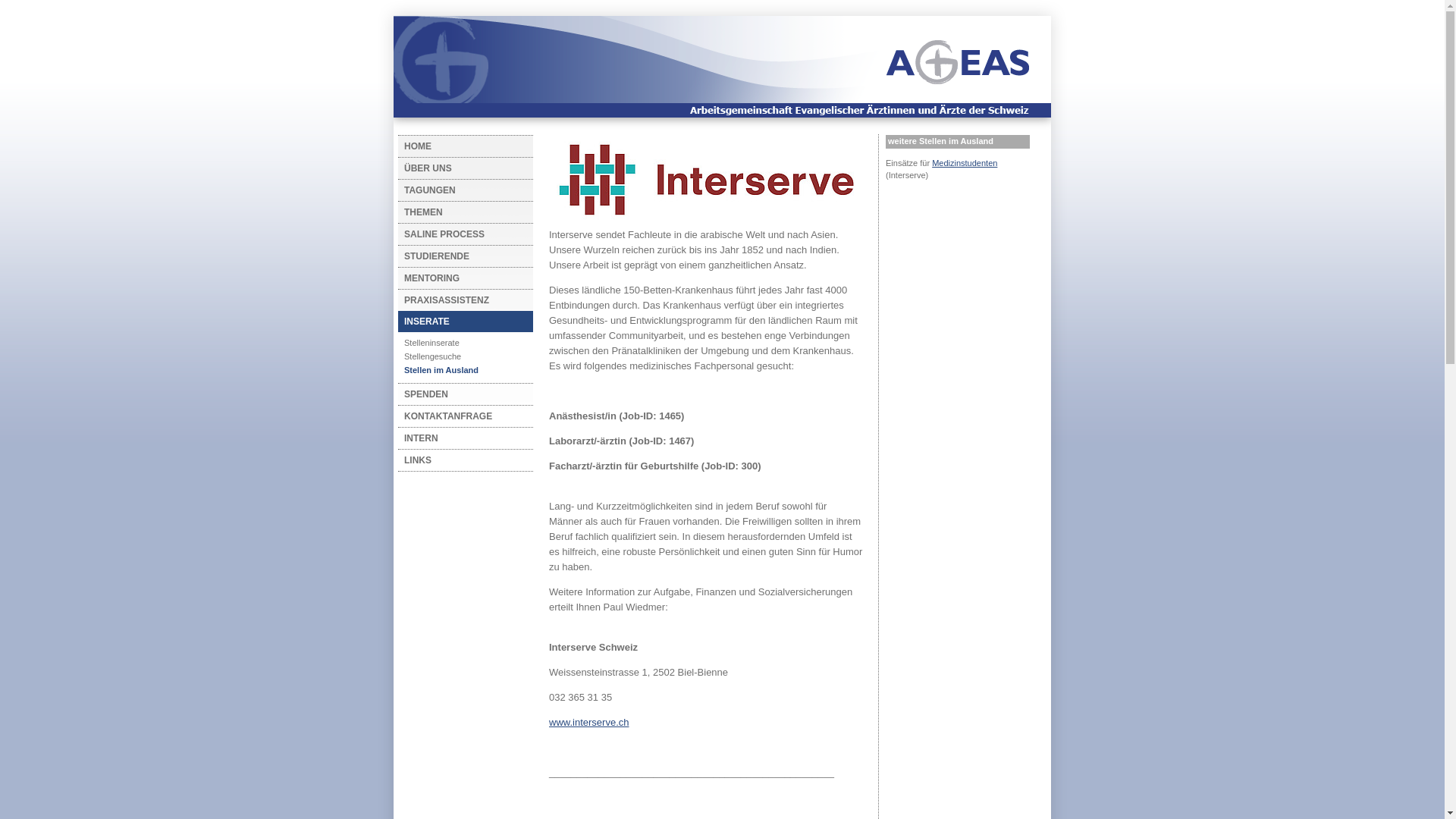  What do you see at coordinates (460, 234) in the screenshot?
I see `'SALINE PROCESS'` at bounding box center [460, 234].